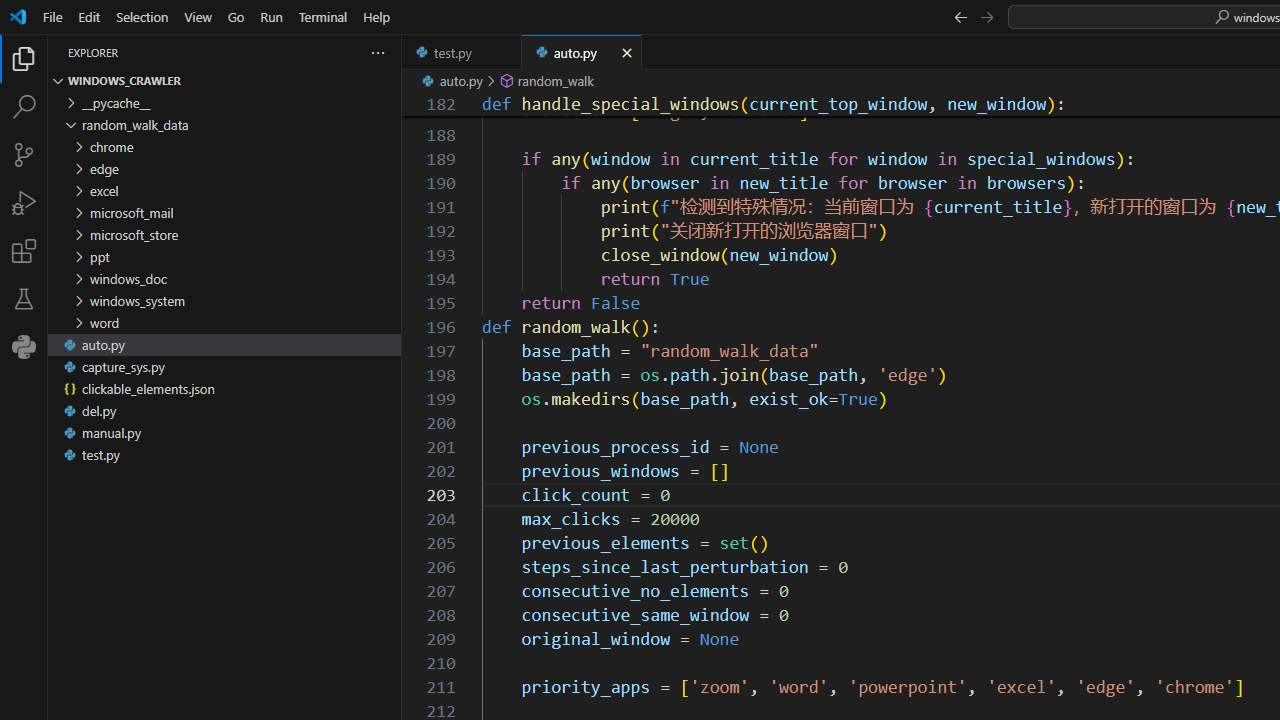  I want to click on 'Explorer (Ctrl+Shift+E)', so click(24, 58).